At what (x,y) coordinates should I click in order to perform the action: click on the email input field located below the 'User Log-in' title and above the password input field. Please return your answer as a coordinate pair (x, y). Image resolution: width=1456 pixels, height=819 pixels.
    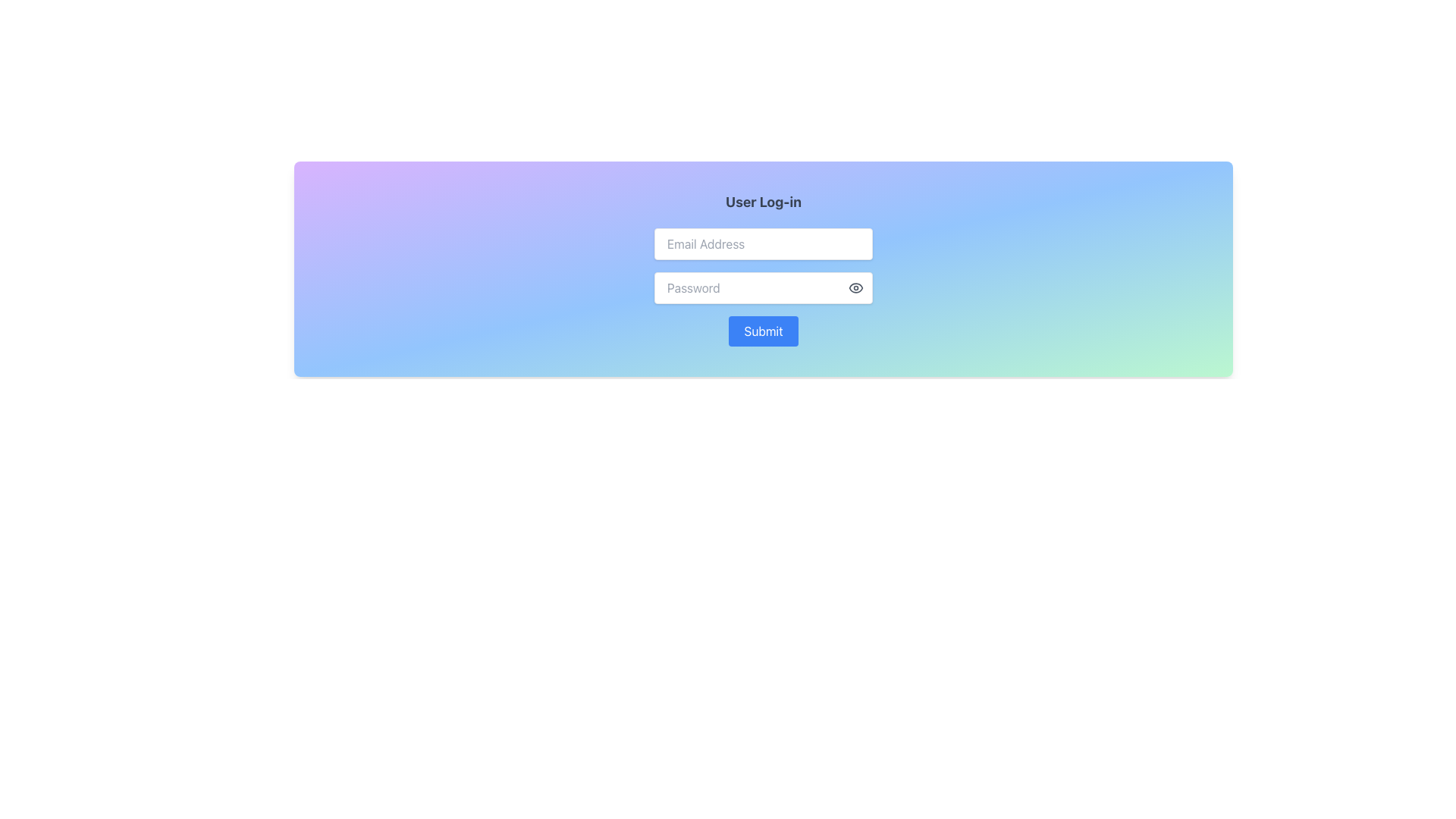
    Looking at the image, I should click on (764, 243).